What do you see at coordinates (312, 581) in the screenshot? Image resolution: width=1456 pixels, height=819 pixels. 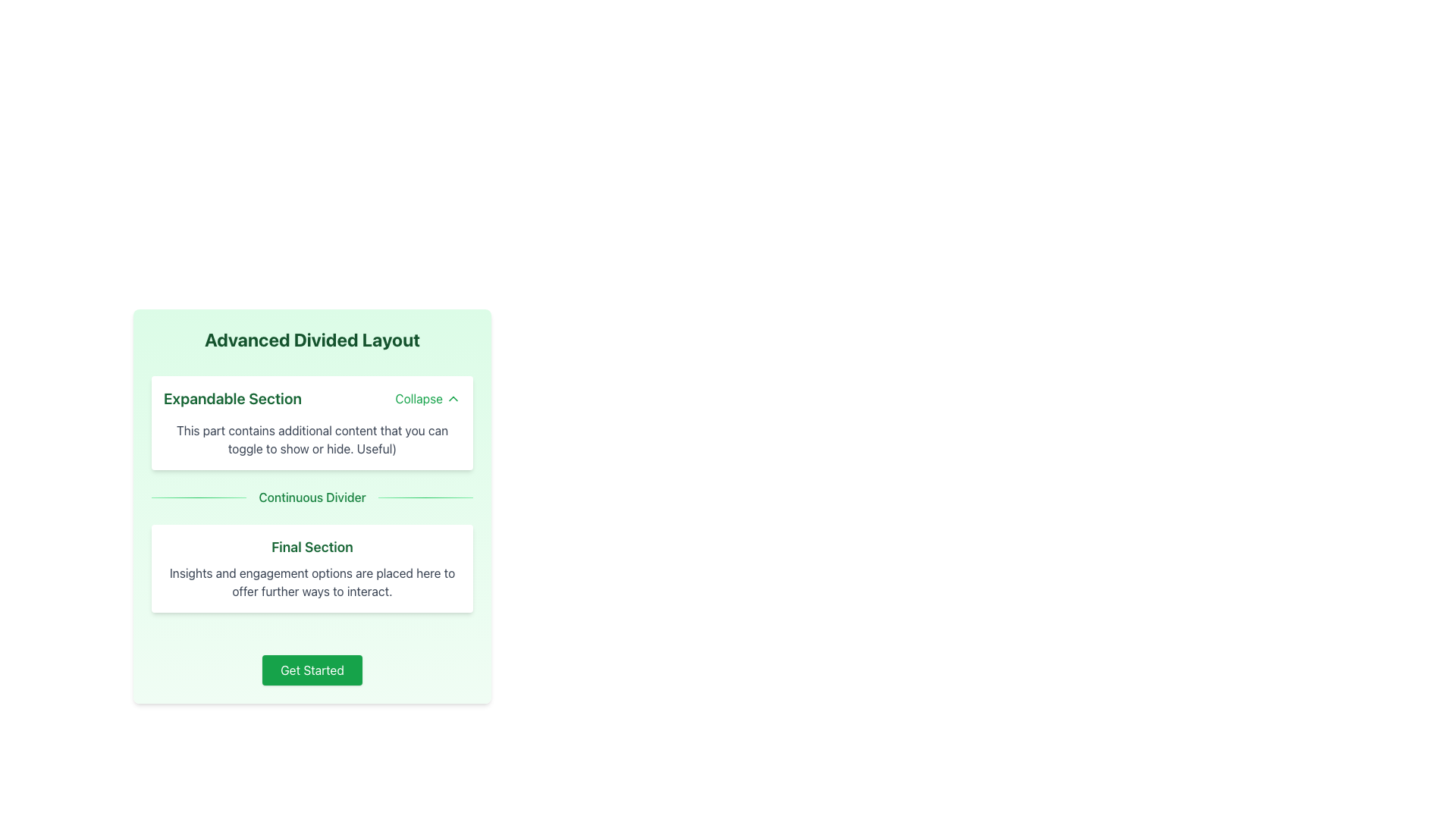 I see `the text label that reads 'Insights and engagement options are placed here to offer further ways to interact.', which is styled in light gray and located below the 'Final Section' label` at bounding box center [312, 581].